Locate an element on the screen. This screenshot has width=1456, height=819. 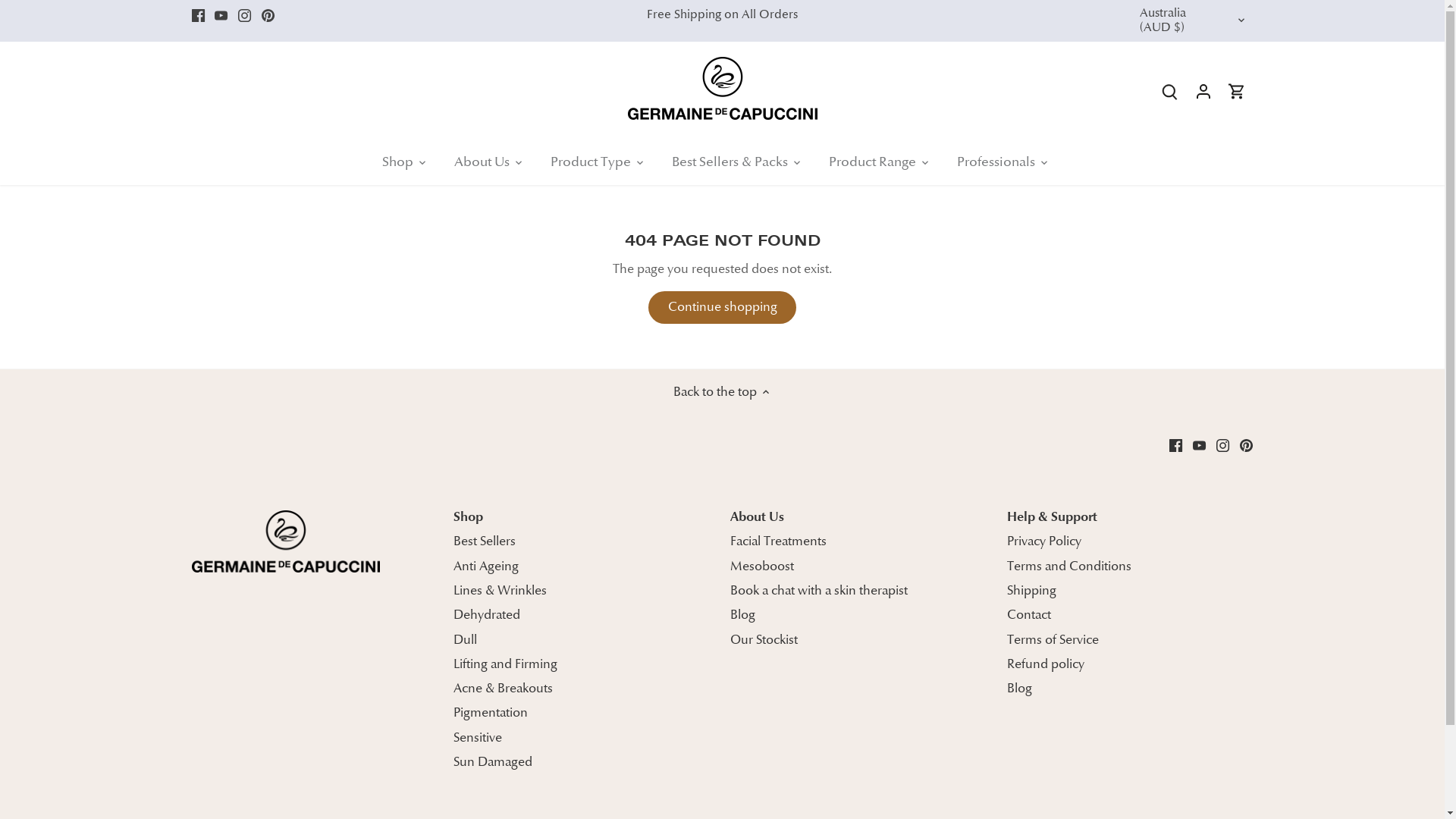
'Our Stockist' is located at coordinates (764, 640).